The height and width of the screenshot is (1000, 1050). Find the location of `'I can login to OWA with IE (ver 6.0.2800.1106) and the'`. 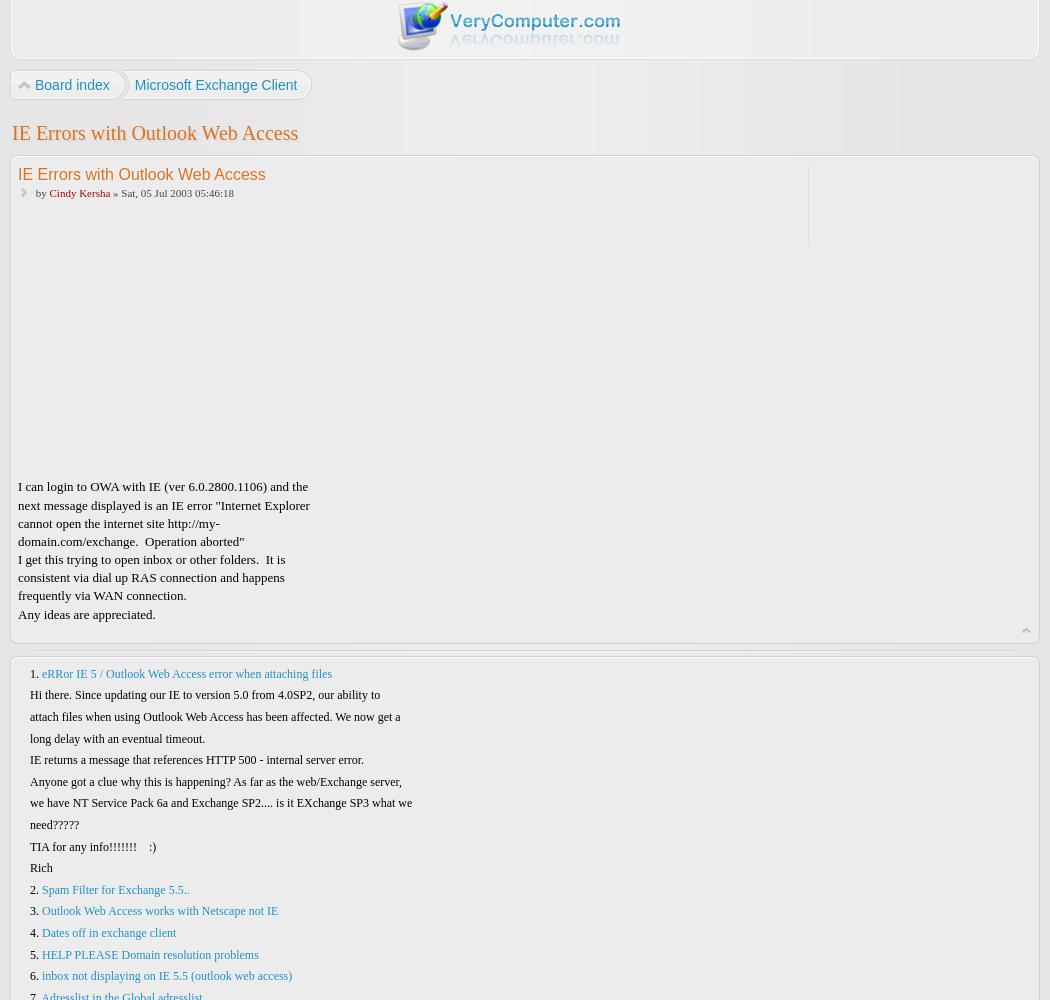

'I can login to OWA with IE (ver 6.0.2800.1106) and the' is located at coordinates (162, 485).